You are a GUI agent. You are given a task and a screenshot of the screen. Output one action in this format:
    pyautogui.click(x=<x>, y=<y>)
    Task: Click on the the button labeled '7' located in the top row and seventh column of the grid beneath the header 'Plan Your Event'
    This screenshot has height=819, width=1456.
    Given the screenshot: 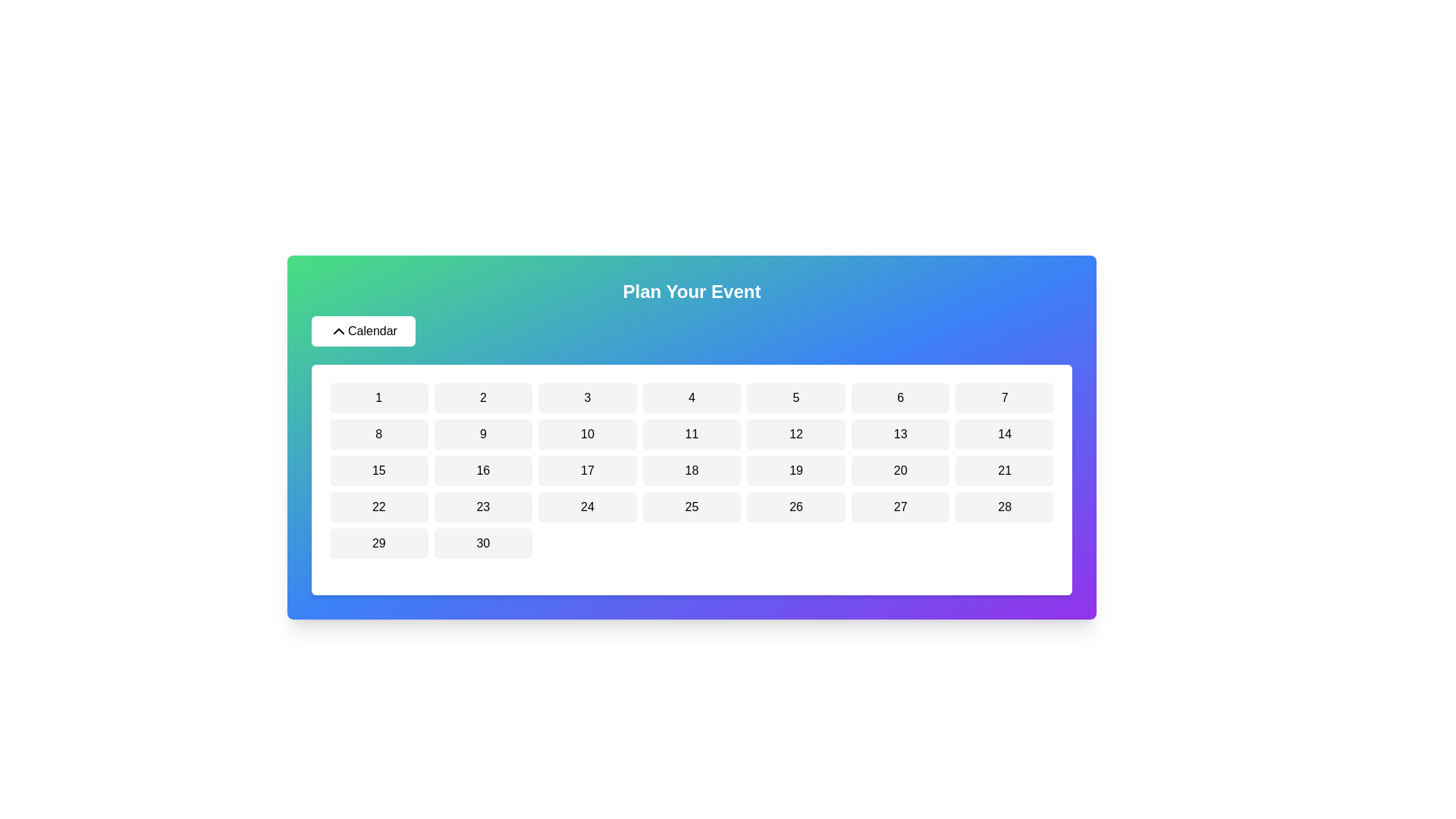 What is the action you would take?
    pyautogui.click(x=1005, y=397)
    